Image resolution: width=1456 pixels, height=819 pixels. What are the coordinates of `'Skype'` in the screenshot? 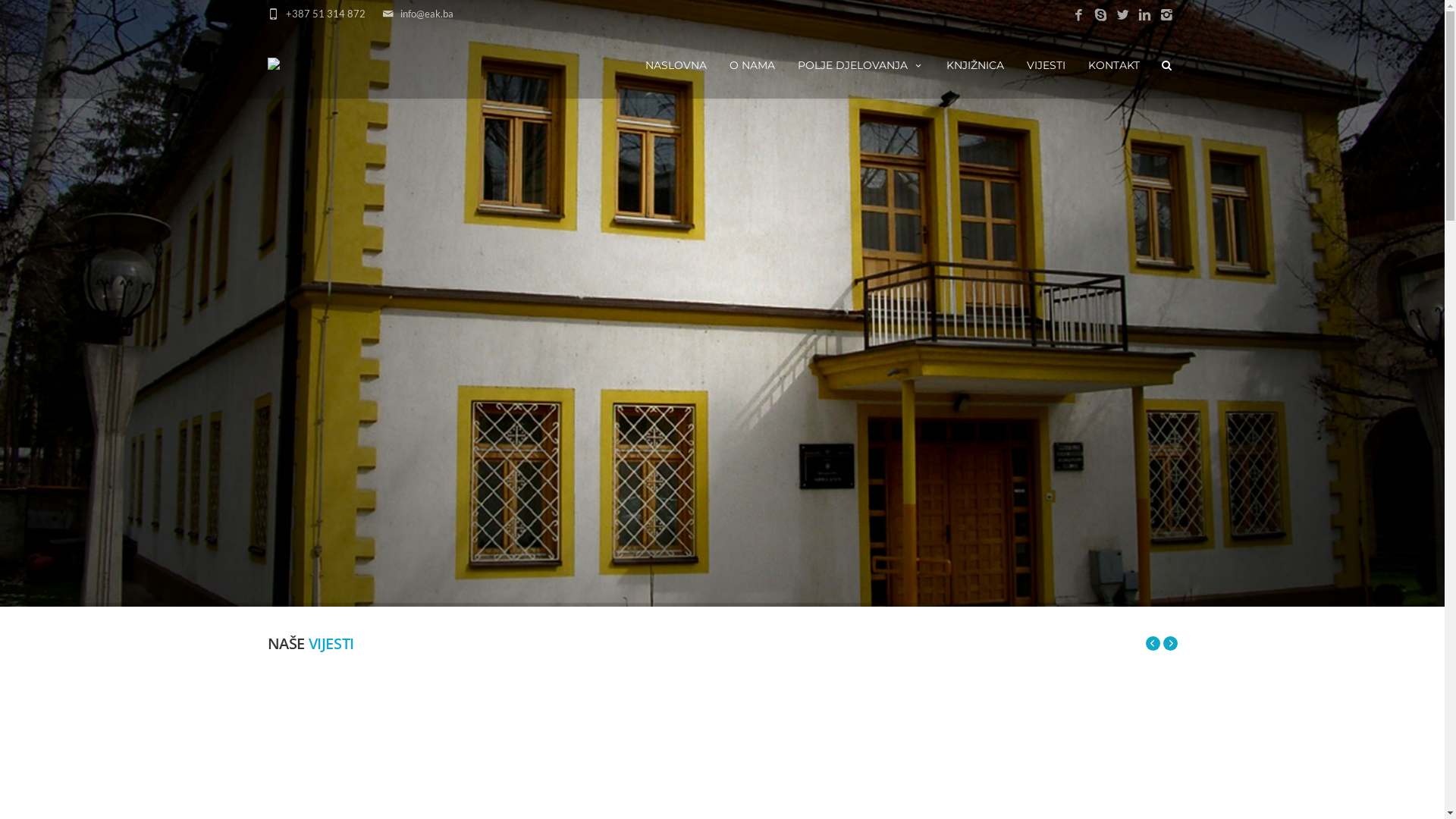 It's located at (1100, 15).